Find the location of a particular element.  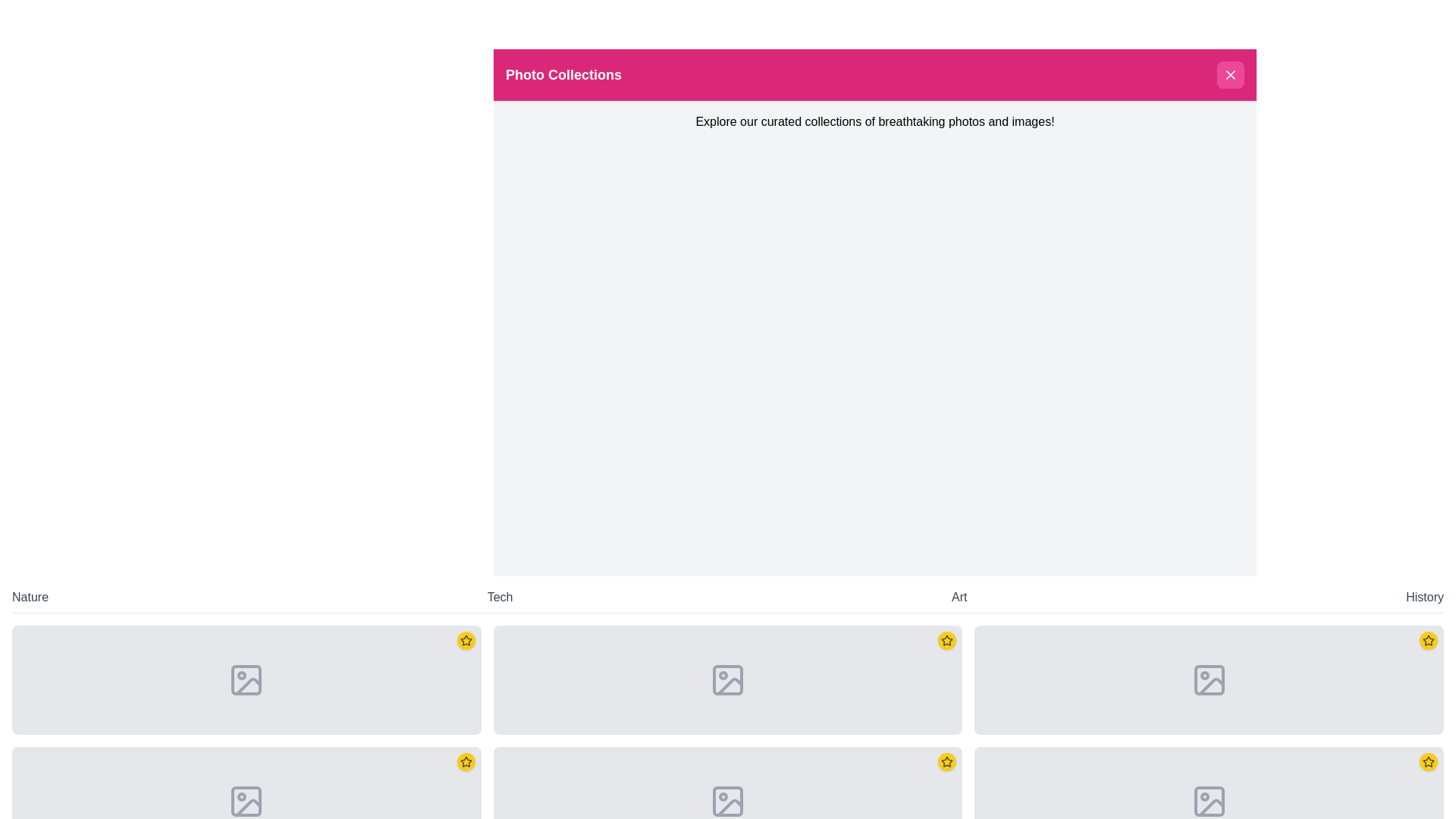

the icon placeholder located in the fourth column of the second row within the grid layout is located at coordinates (728, 800).